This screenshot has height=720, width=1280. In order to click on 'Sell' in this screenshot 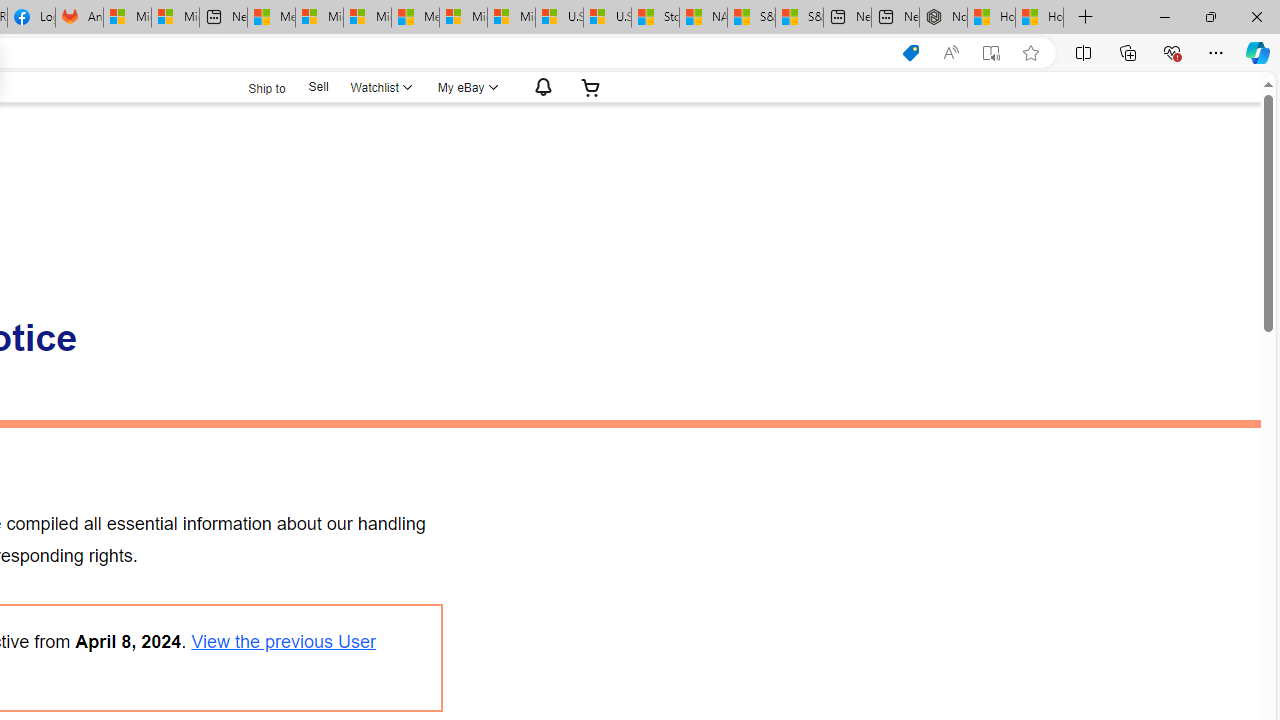, I will do `click(317, 85)`.